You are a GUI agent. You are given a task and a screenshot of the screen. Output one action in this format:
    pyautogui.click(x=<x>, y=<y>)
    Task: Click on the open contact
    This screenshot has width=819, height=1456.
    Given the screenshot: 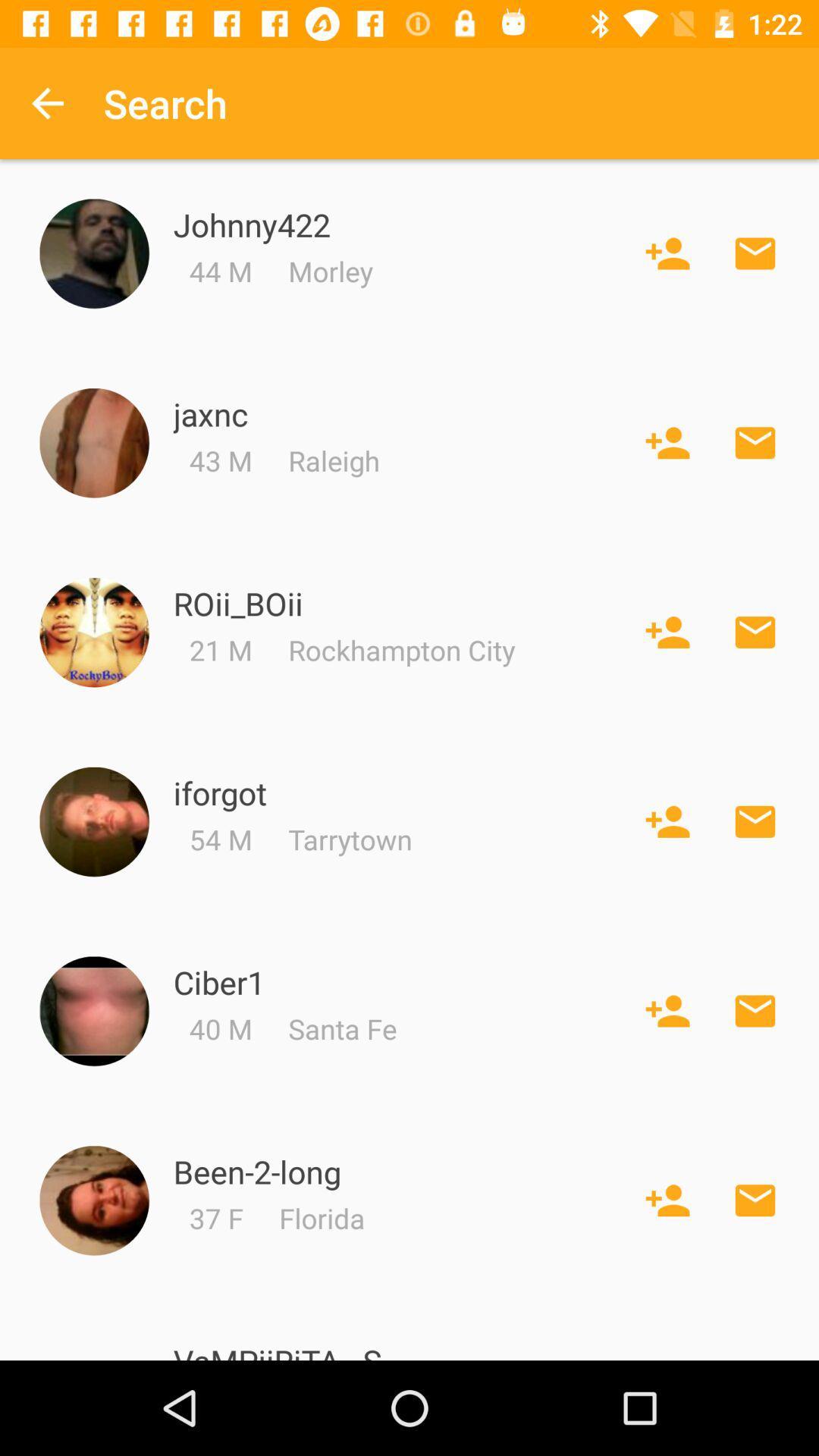 What is the action you would take?
    pyautogui.click(x=94, y=1011)
    